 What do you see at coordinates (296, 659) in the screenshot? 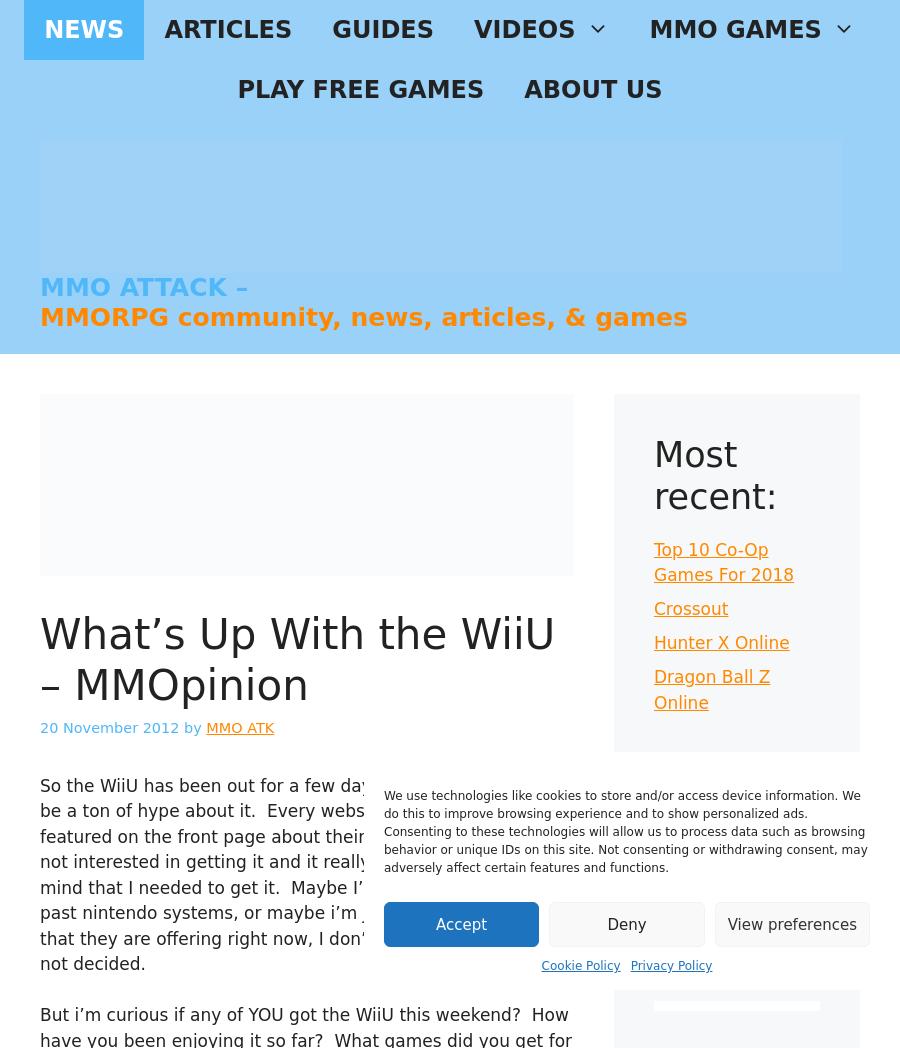
I see `'What’s Up With the WiiU – MMOpinion'` at bounding box center [296, 659].